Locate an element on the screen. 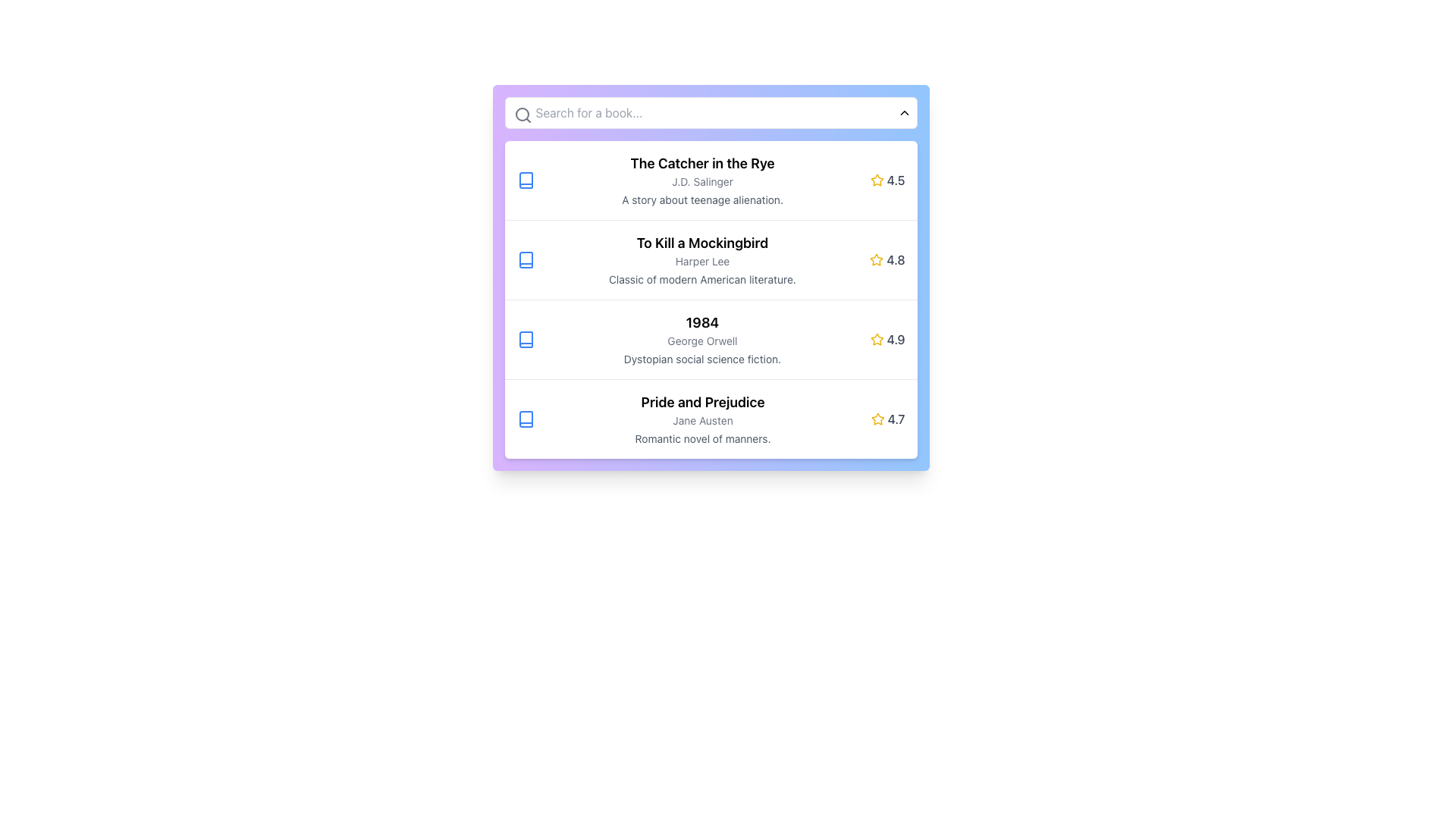 This screenshot has width=1456, height=819. the Rating Display Component that shows the rating for the book 'Pride and Prejudice', located at the bottom-right corner of the list item next to the text 'Romantic novel of manners.' is located at coordinates (888, 419).